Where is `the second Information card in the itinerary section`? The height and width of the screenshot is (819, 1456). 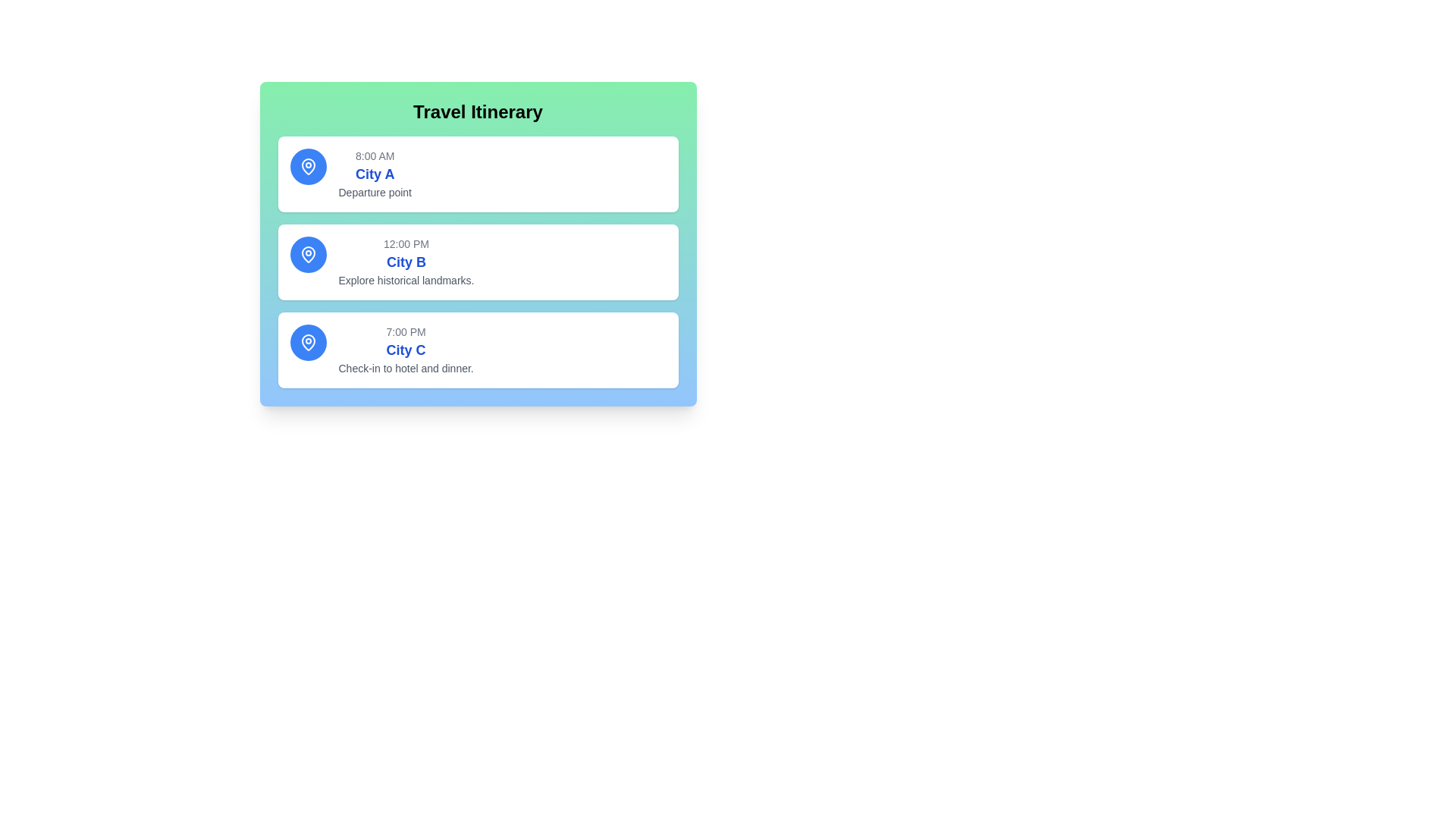 the second Information card in the itinerary section is located at coordinates (477, 262).